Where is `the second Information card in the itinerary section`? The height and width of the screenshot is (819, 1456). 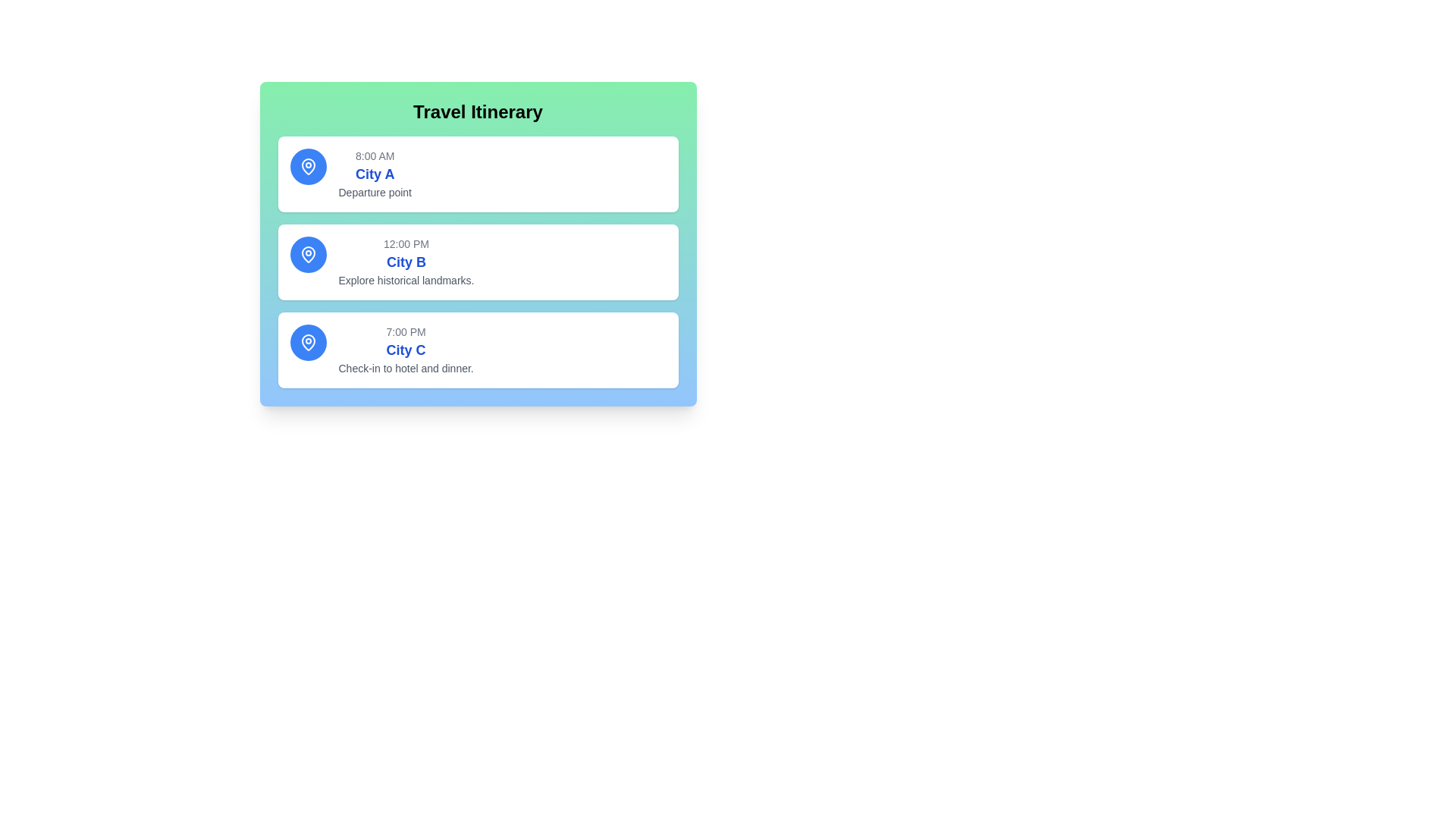 the second Information card in the itinerary section is located at coordinates (477, 262).